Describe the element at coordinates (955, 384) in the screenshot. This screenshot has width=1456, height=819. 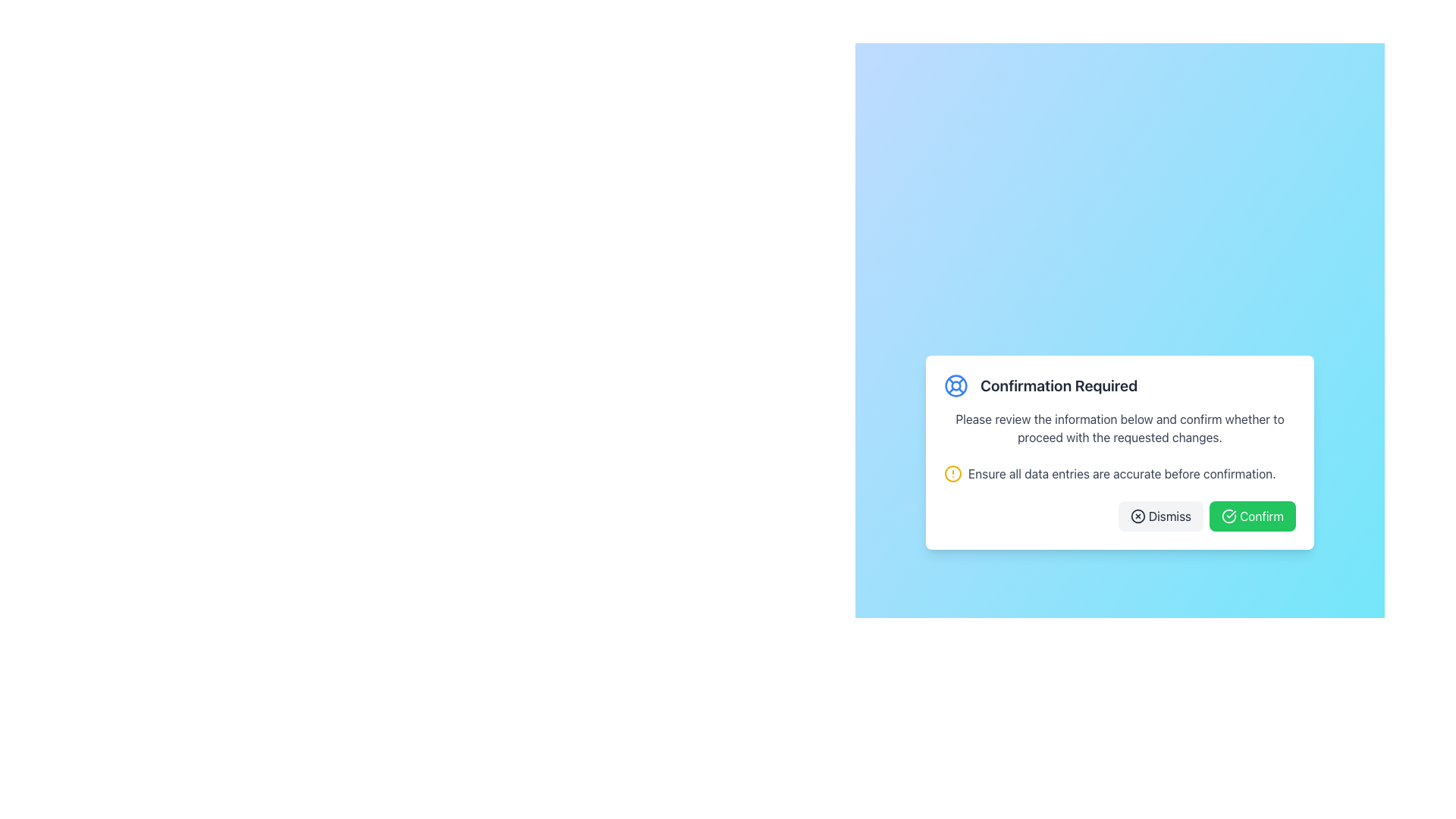
I see `the central circular component of the lifebuoy icon, which symbolizes support or safety, located near the top-left corner of the confirmation message box` at that location.